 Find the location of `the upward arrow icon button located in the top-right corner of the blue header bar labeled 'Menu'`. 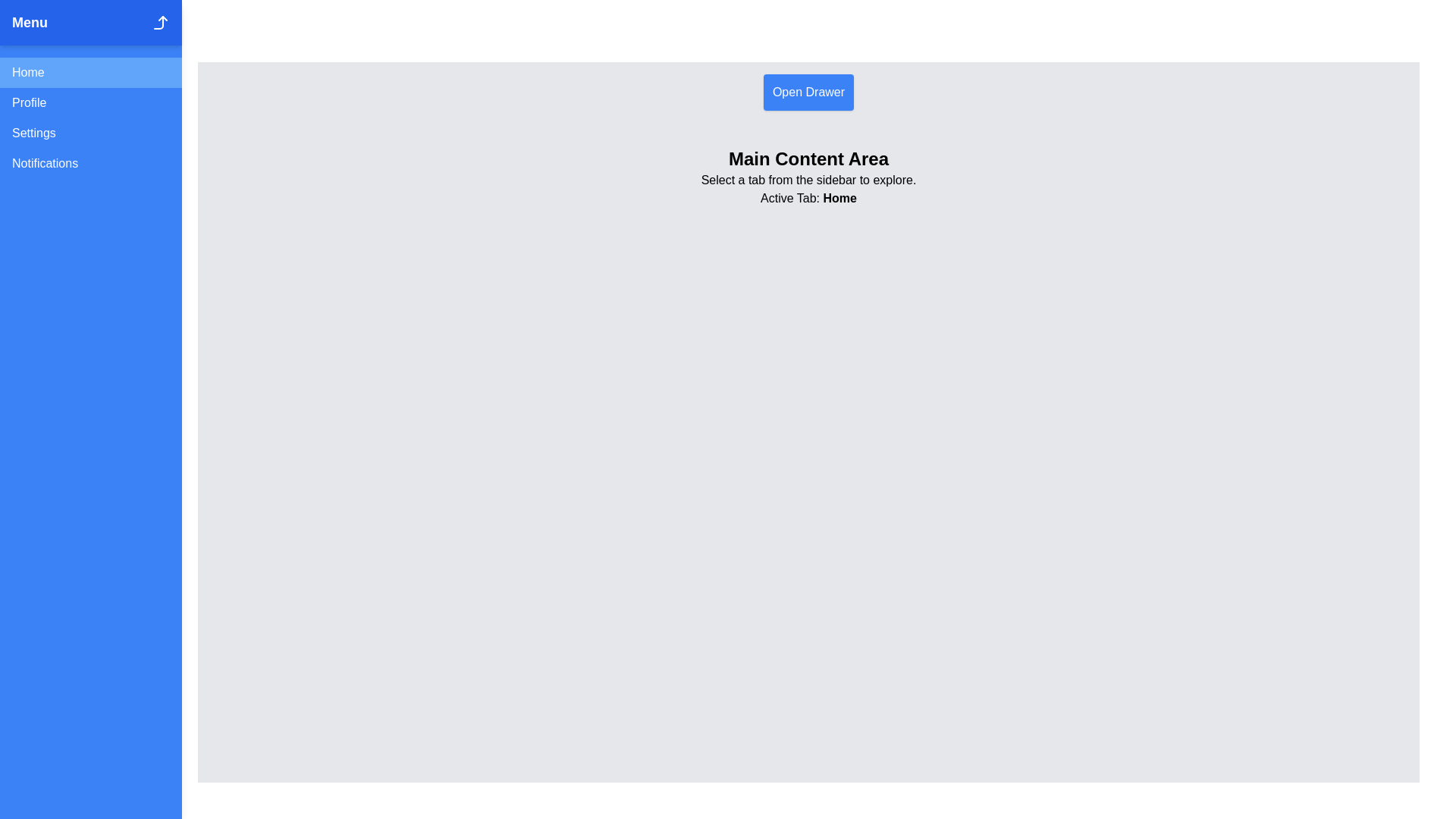

the upward arrow icon button located in the top-right corner of the blue header bar labeled 'Menu' is located at coordinates (160, 23).